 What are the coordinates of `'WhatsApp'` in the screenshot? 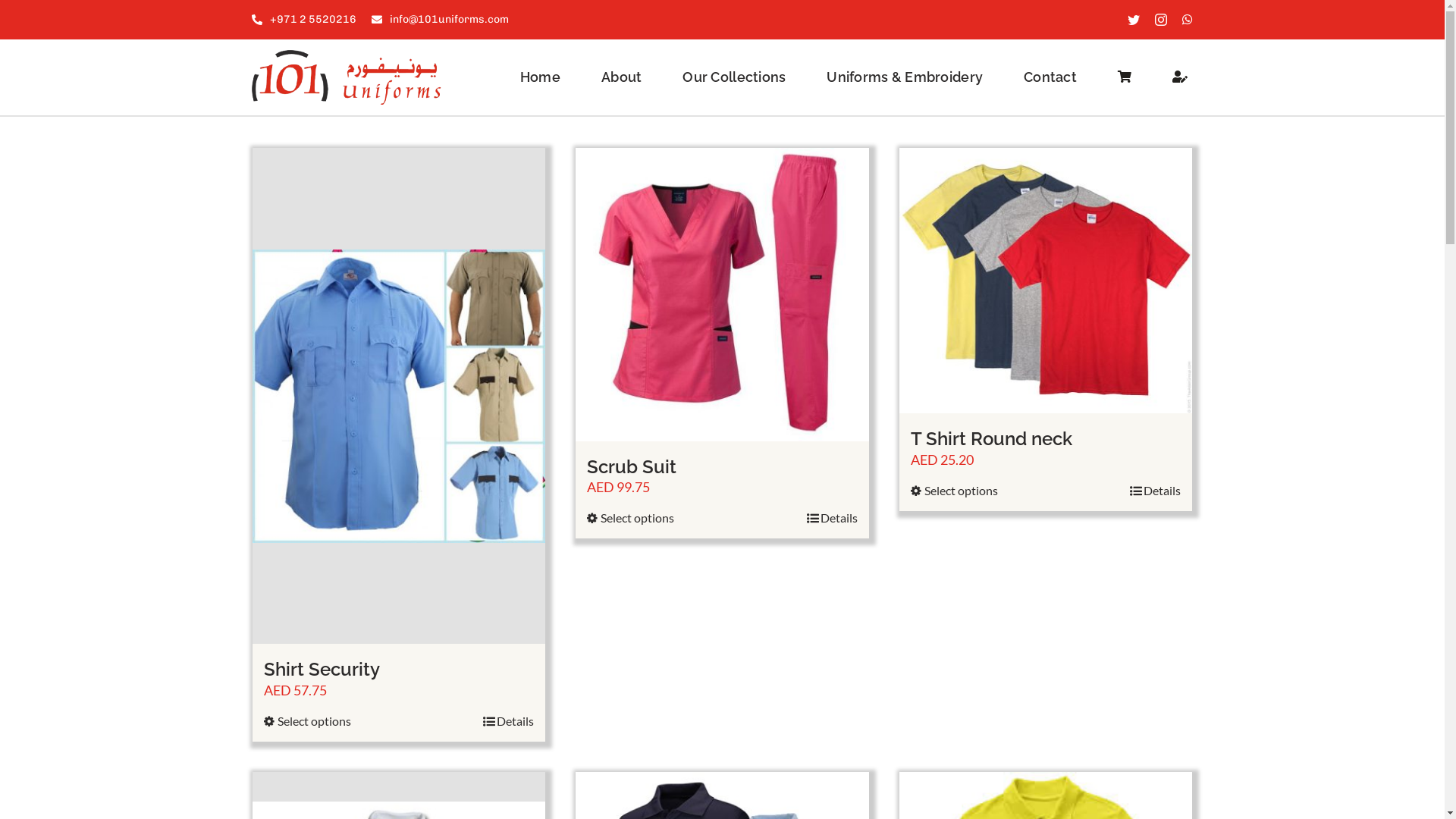 It's located at (1186, 20).